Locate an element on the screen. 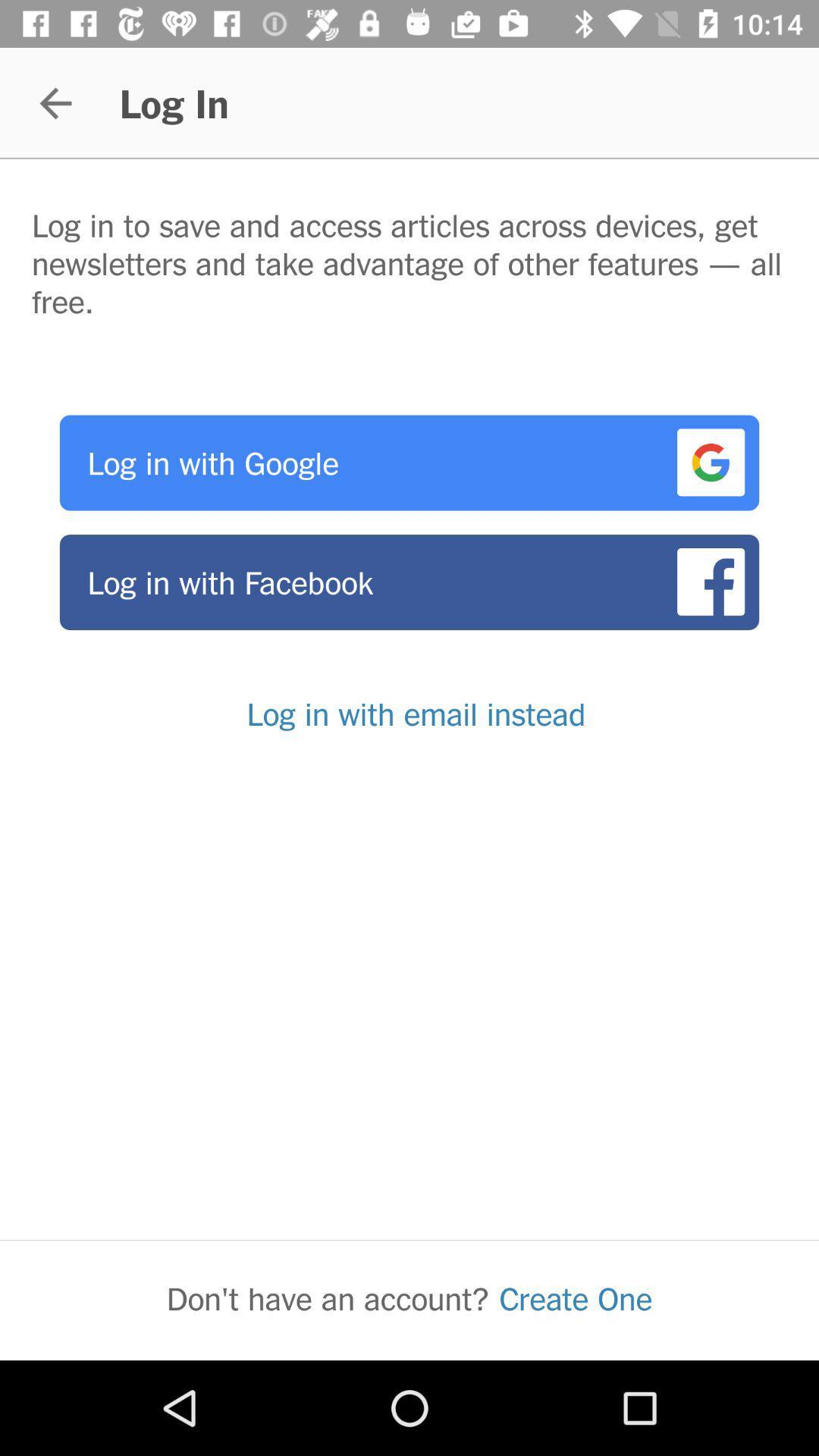  the create one is located at coordinates (576, 1298).